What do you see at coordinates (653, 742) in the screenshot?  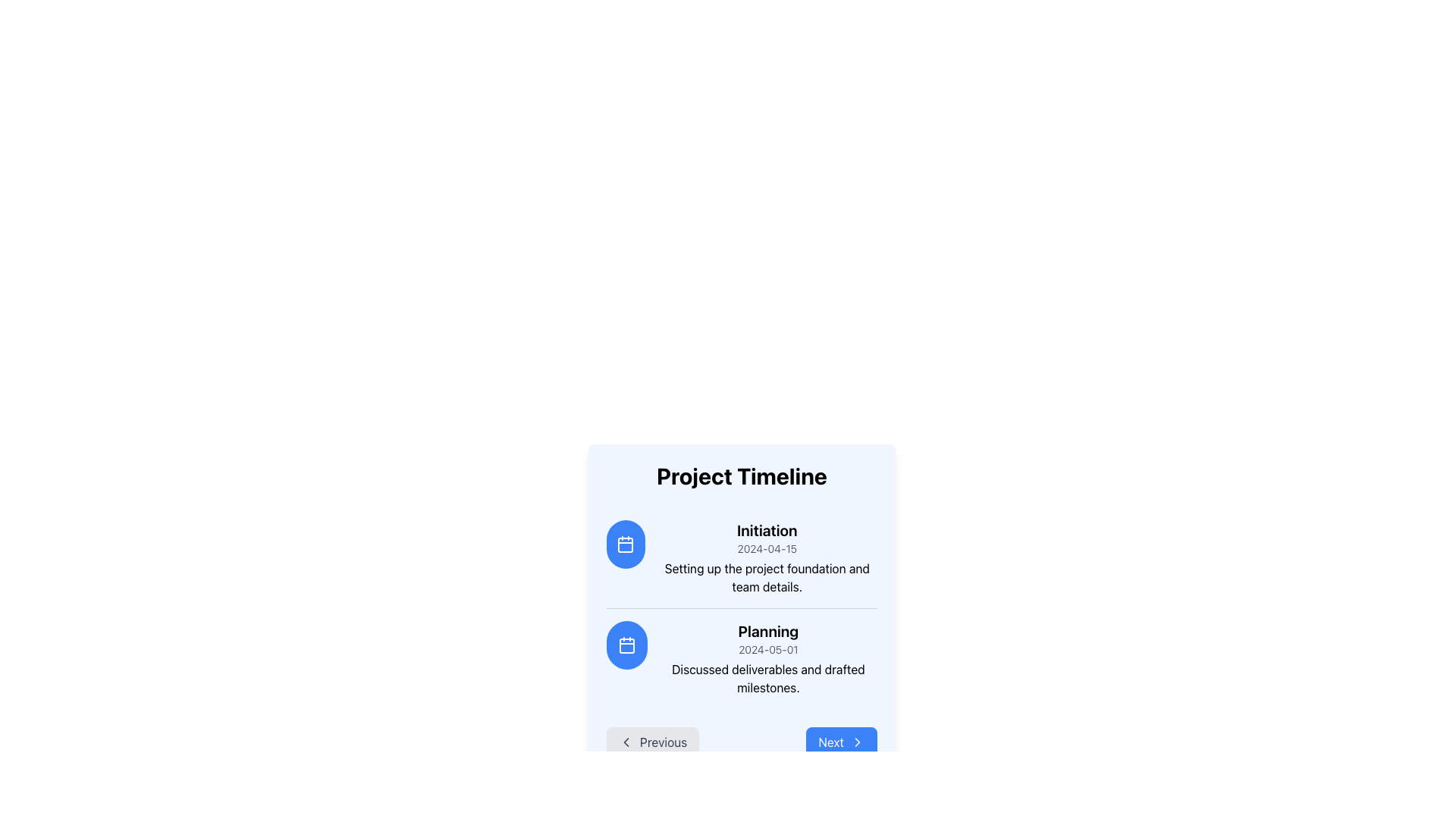 I see `the 'Previous' button with a gray background and rounded corners, which contains text aligned to the right of a left-pointing arrow icon, to observe hover effects` at bounding box center [653, 742].